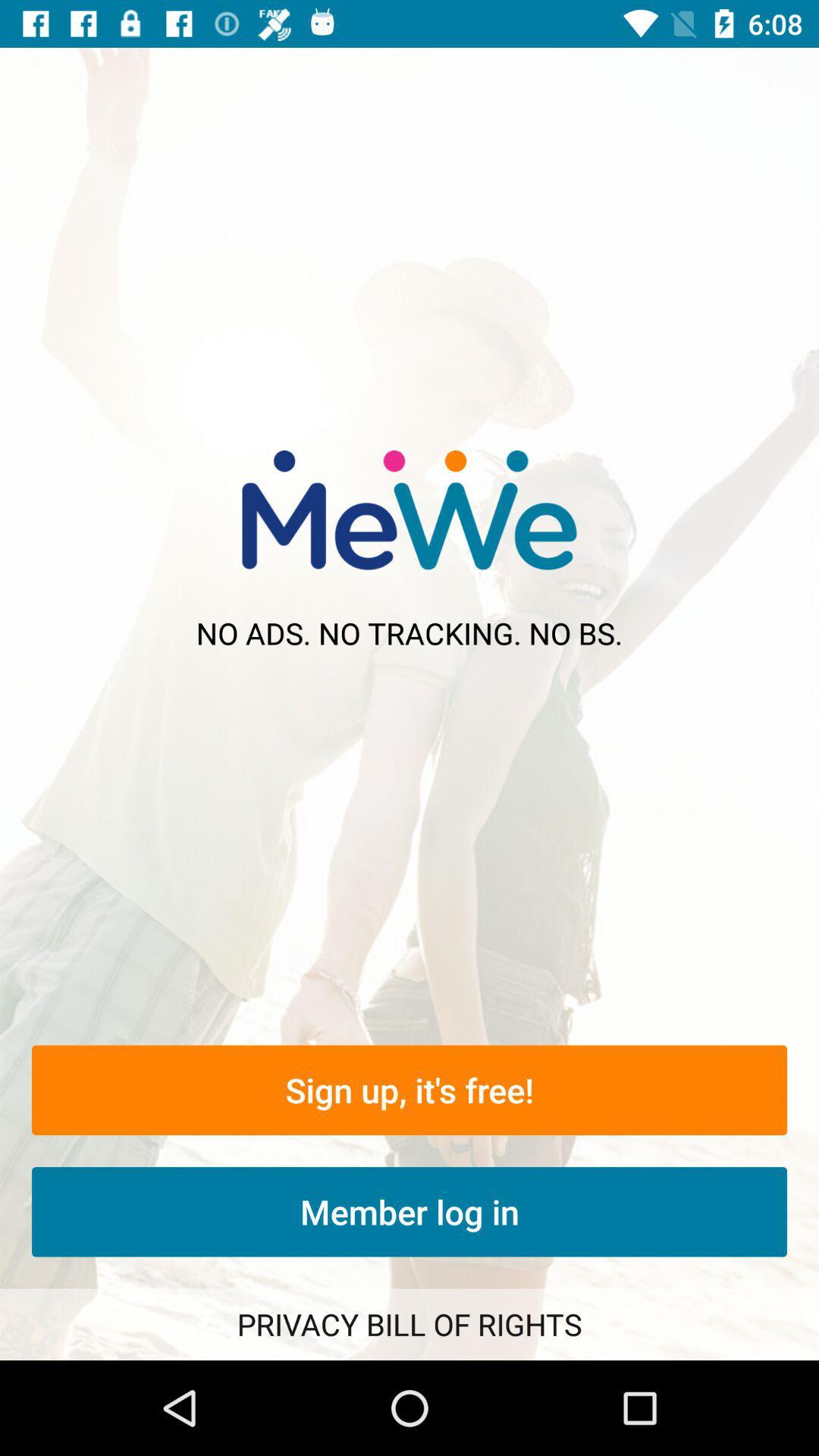 The width and height of the screenshot is (819, 1456). I want to click on sign up it icon, so click(409, 1089).